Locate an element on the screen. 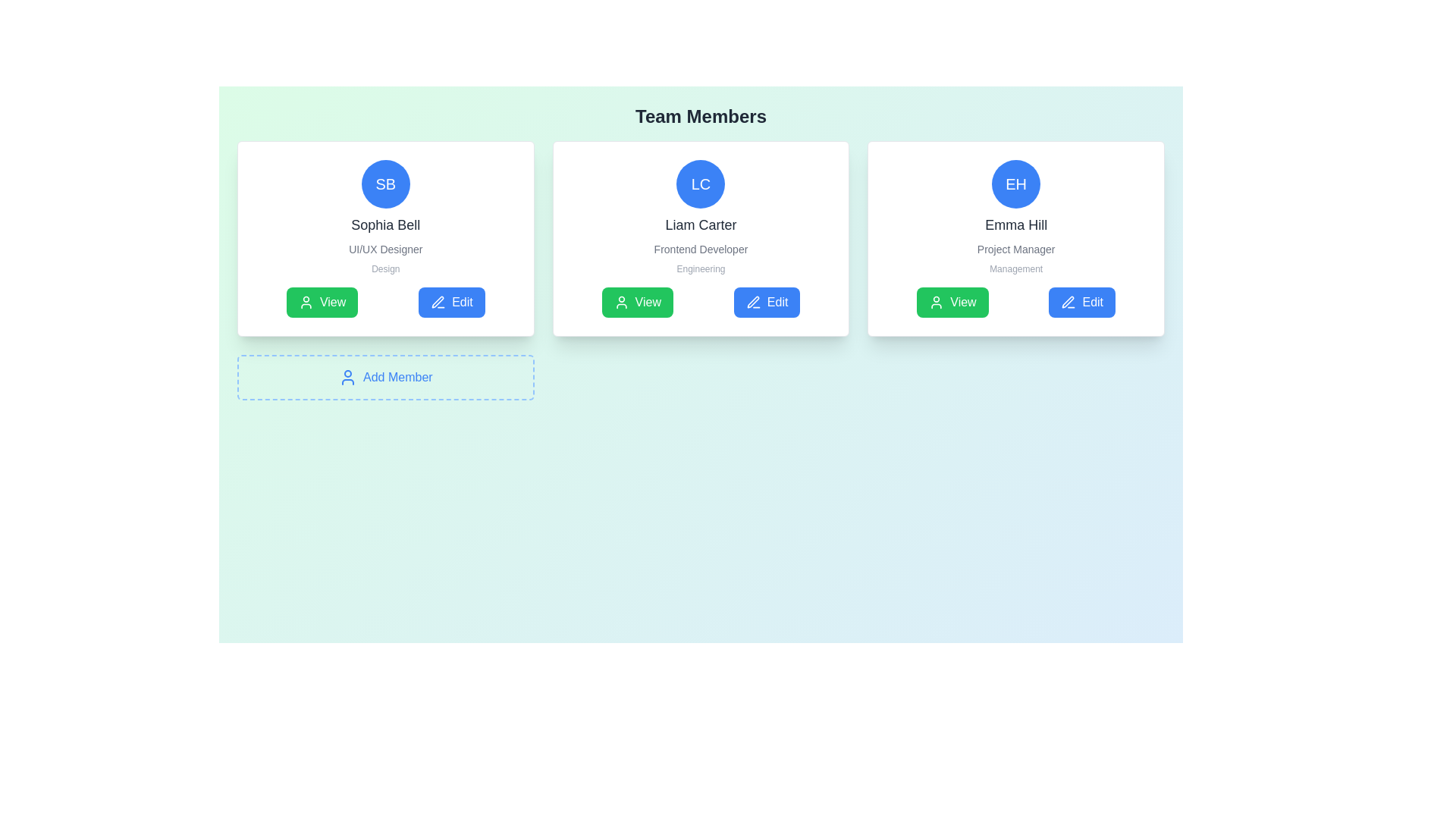 This screenshot has width=1456, height=819. the 'Edit' icon within the blue button is located at coordinates (1068, 302).